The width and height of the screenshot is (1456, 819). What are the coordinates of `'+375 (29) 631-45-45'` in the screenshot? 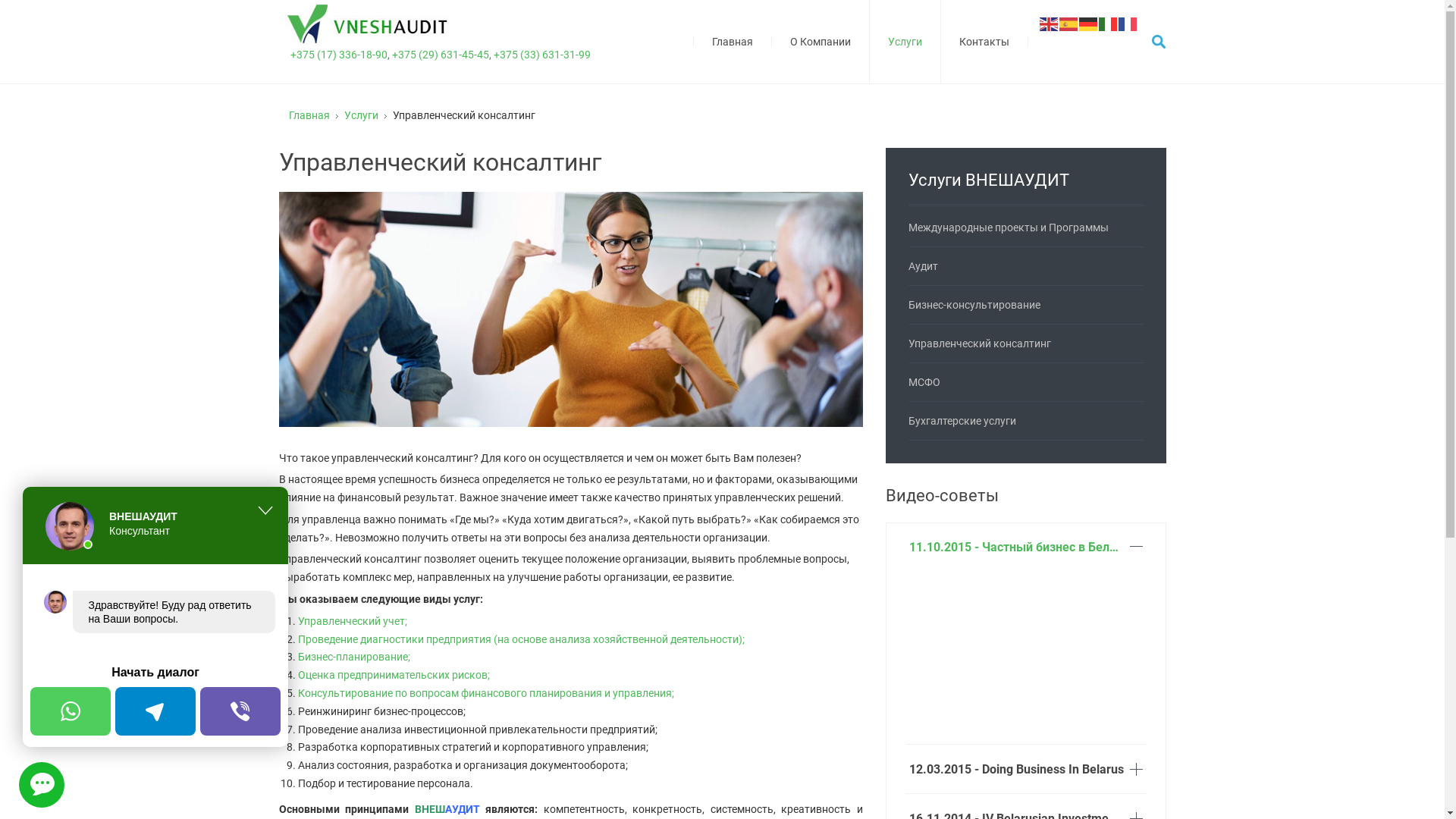 It's located at (439, 54).